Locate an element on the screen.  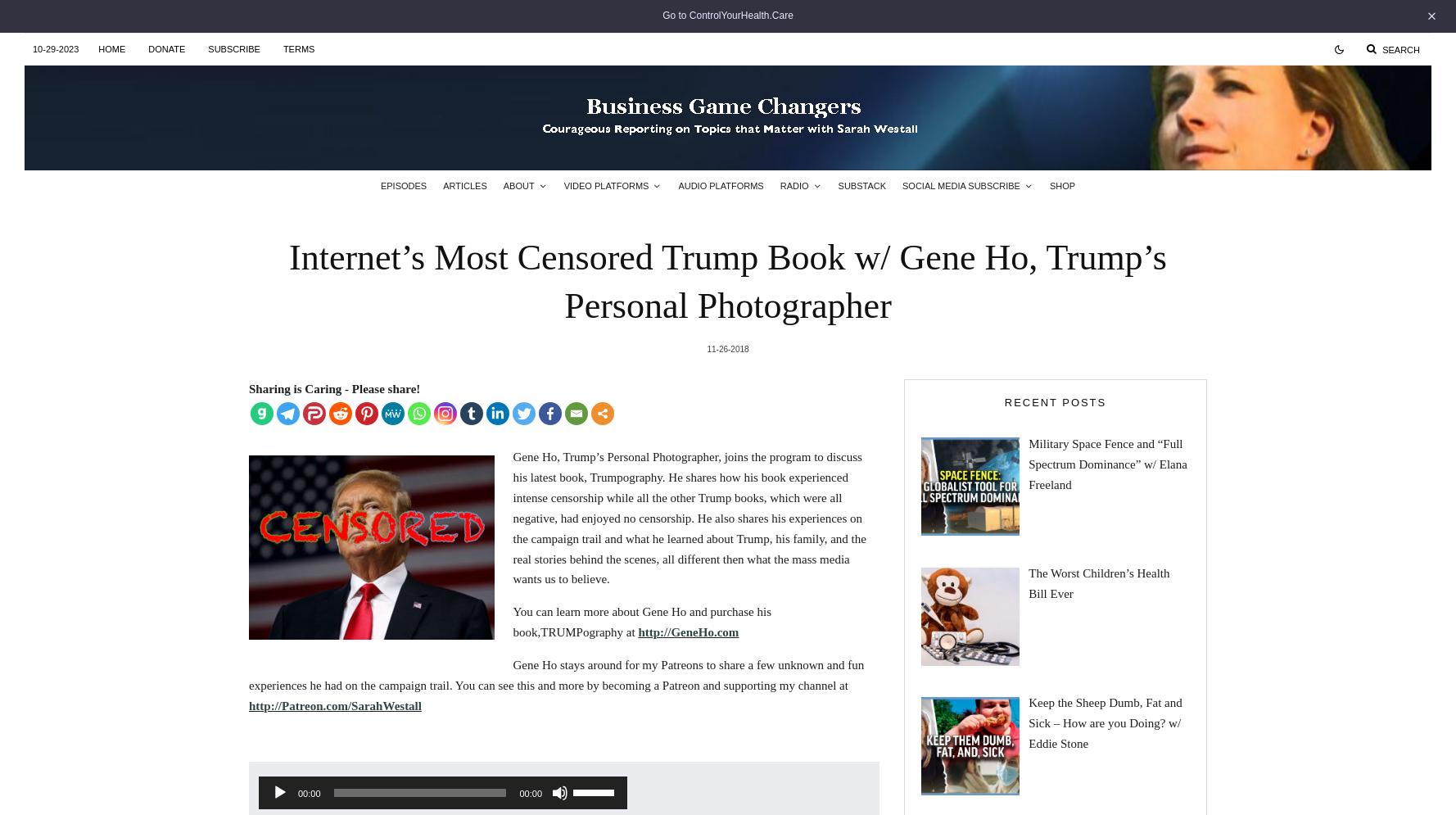
'Audio Platforms' is located at coordinates (719, 184).